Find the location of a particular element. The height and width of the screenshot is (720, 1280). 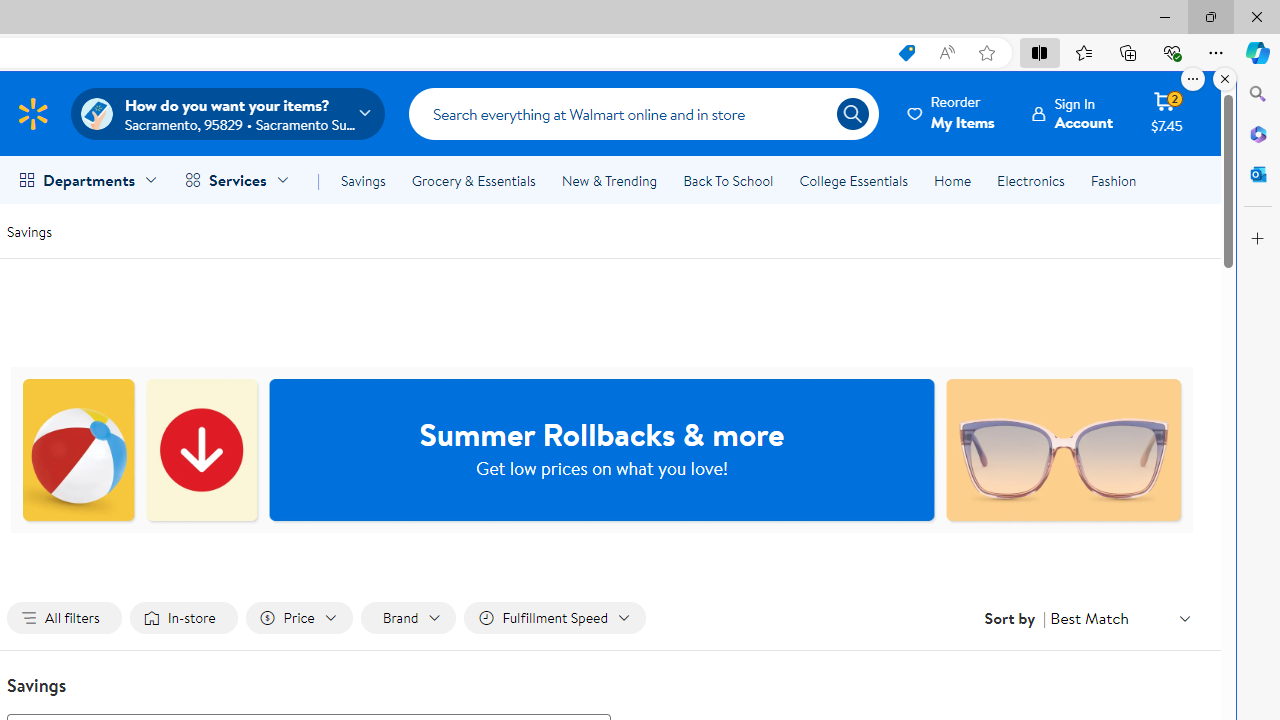

'ReorderMy Items' is located at coordinates (951, 113).